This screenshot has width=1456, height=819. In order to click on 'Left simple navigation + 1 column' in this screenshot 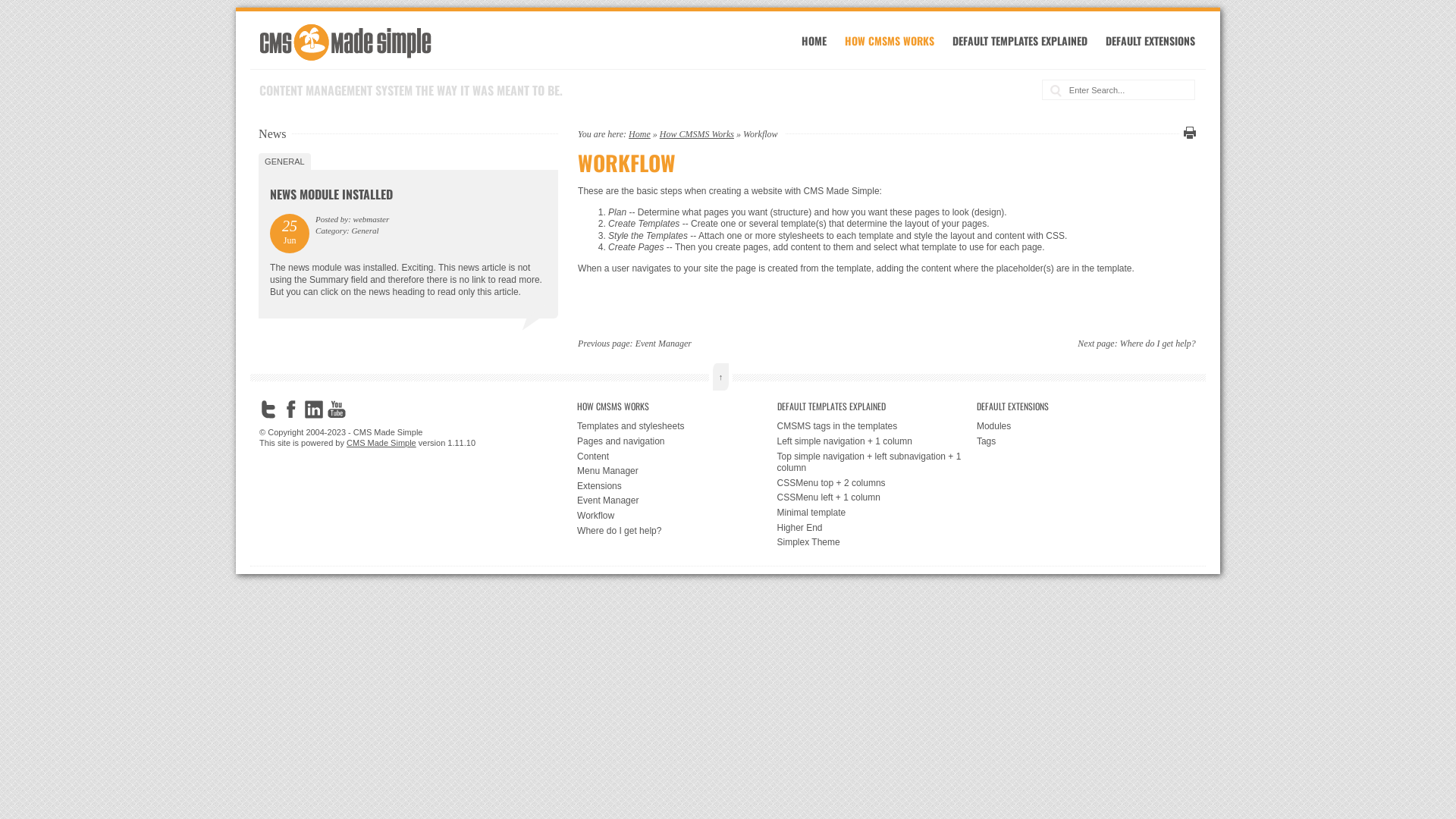, I will do `click(776, 441)`.